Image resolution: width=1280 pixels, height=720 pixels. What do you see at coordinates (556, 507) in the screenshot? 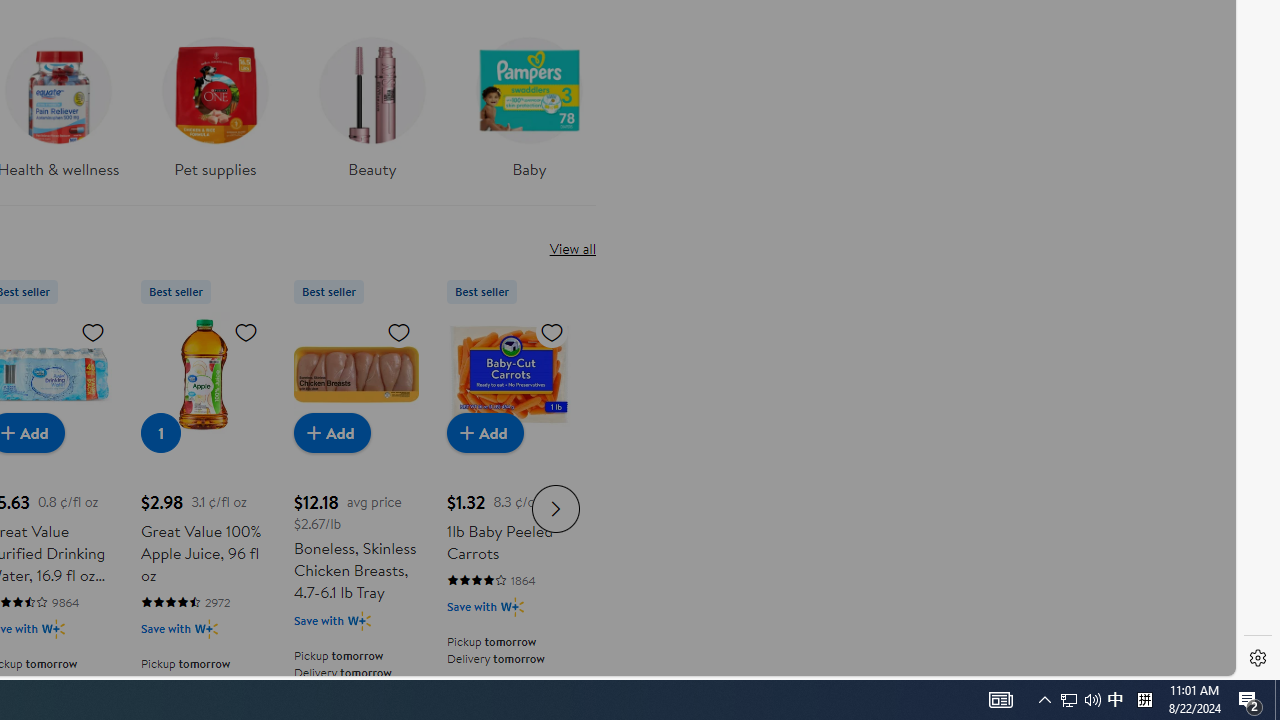
I see `'Next slide for Product Carousel list'` at bounding box center [556, 507].